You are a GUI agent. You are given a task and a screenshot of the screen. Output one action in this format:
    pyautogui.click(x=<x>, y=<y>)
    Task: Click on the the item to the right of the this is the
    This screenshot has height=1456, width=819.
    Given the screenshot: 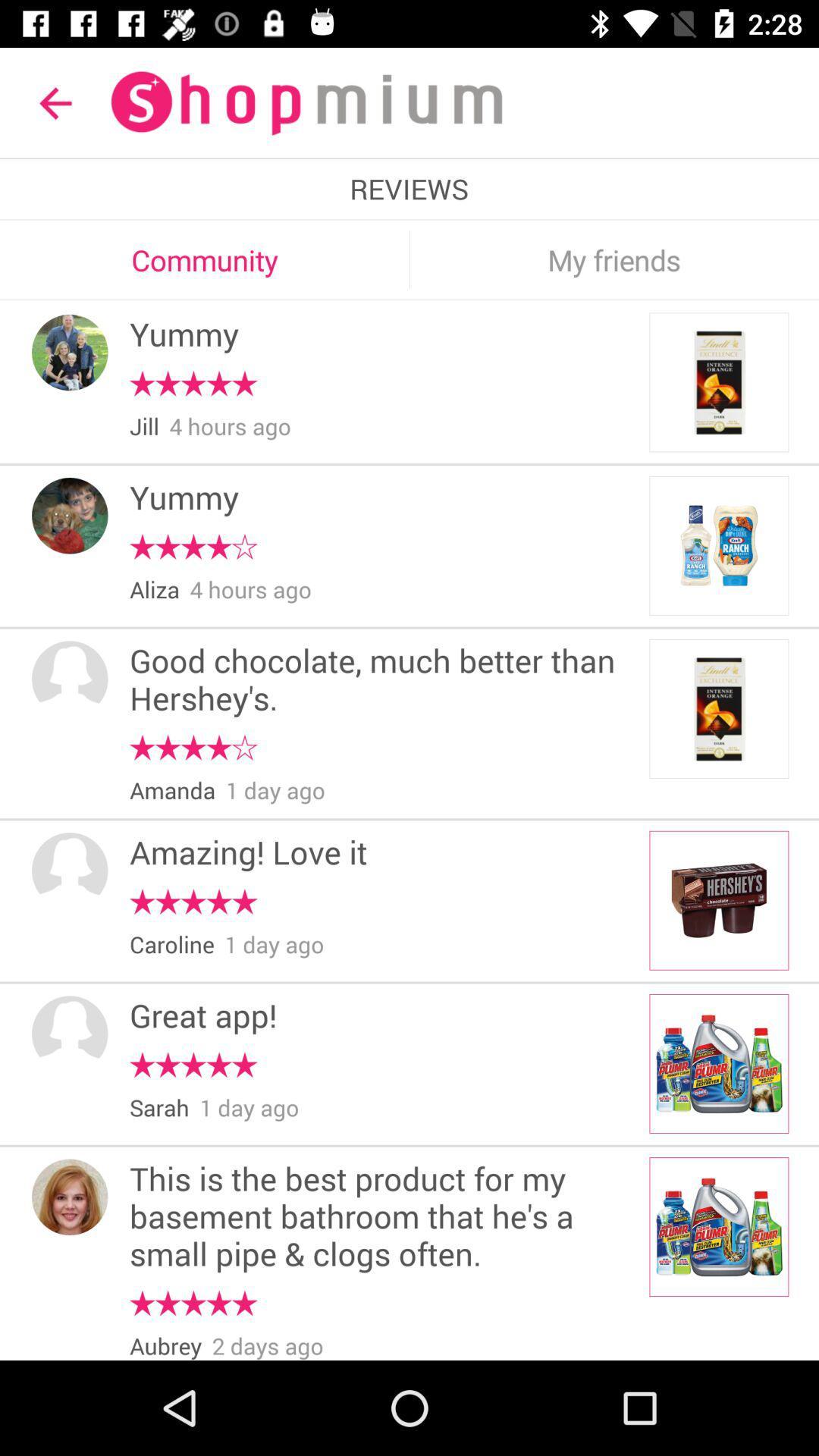 What is the action you would take?
    pyautogui.click(x=718, y=1227)
    